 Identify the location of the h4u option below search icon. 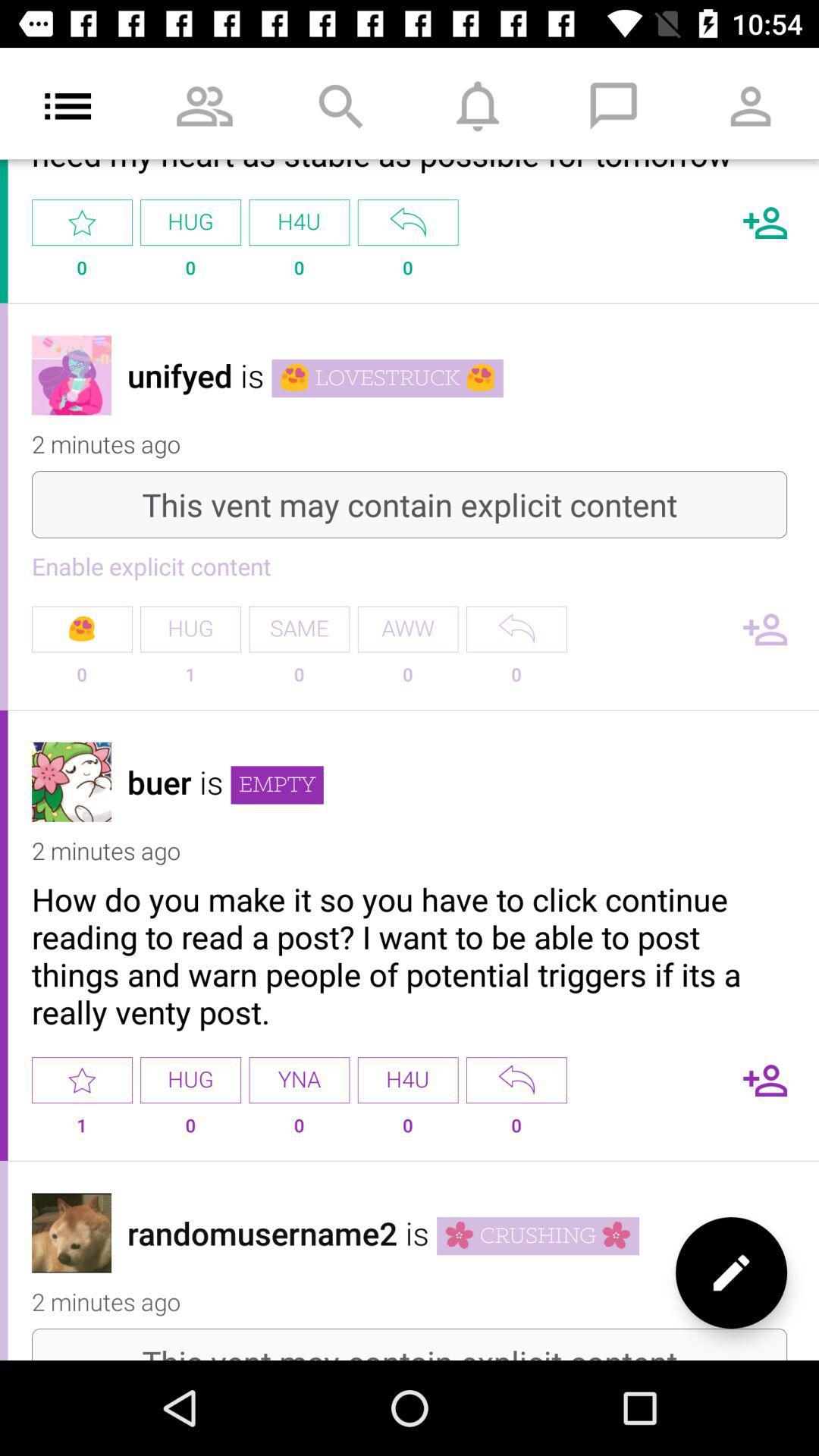
(299, 221).